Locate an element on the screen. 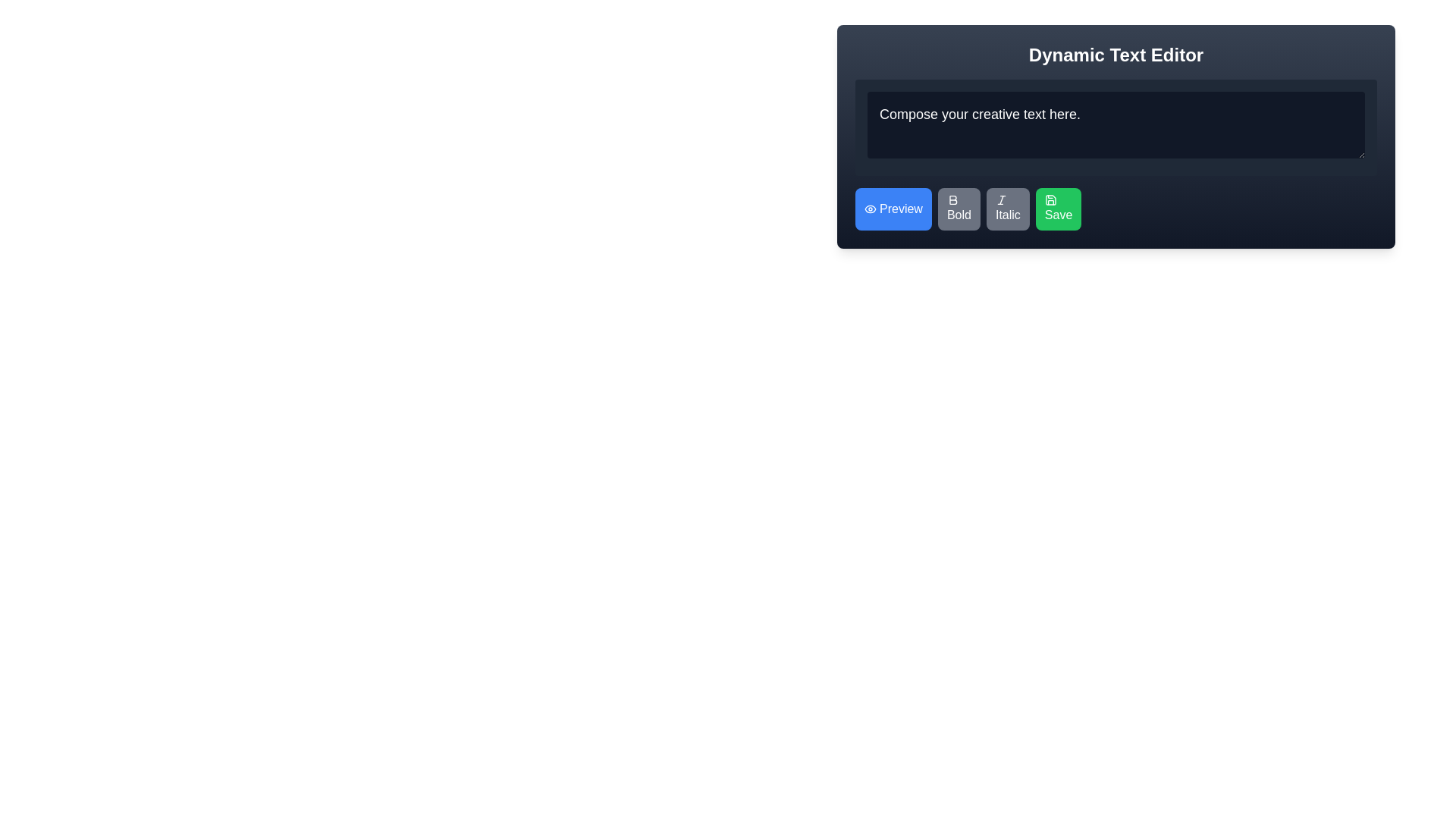  the bold-style 'B' icon with a gray background located in the center of the toolbar beneath the text area to apply bold formatting is located at coordinates (952, 199).